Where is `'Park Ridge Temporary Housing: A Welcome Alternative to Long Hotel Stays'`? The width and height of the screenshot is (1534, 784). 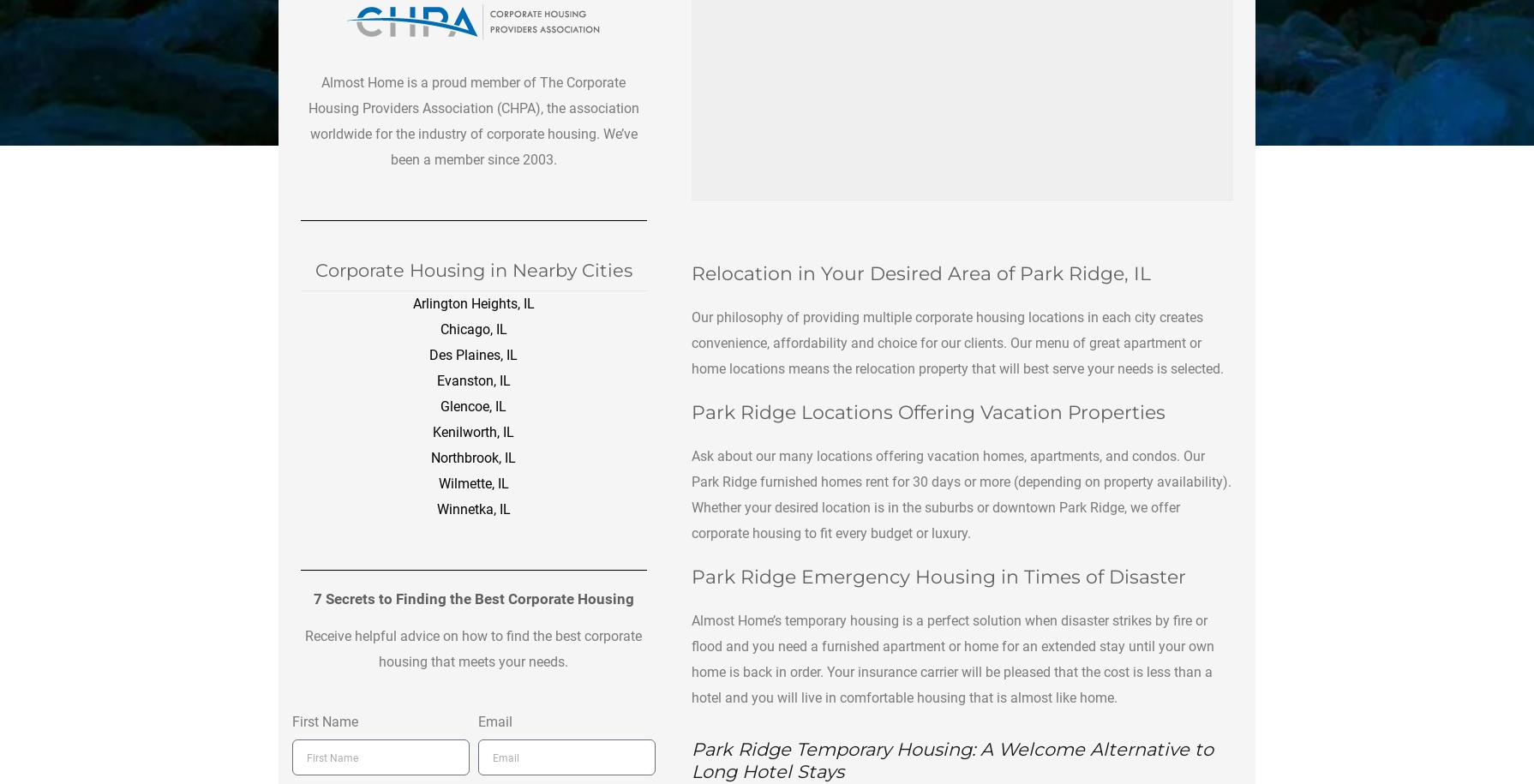
'Park Ridge Temporary Housing: A Welcome Alternative to Long Hotel Stays' is located at coordinates (951, 758).